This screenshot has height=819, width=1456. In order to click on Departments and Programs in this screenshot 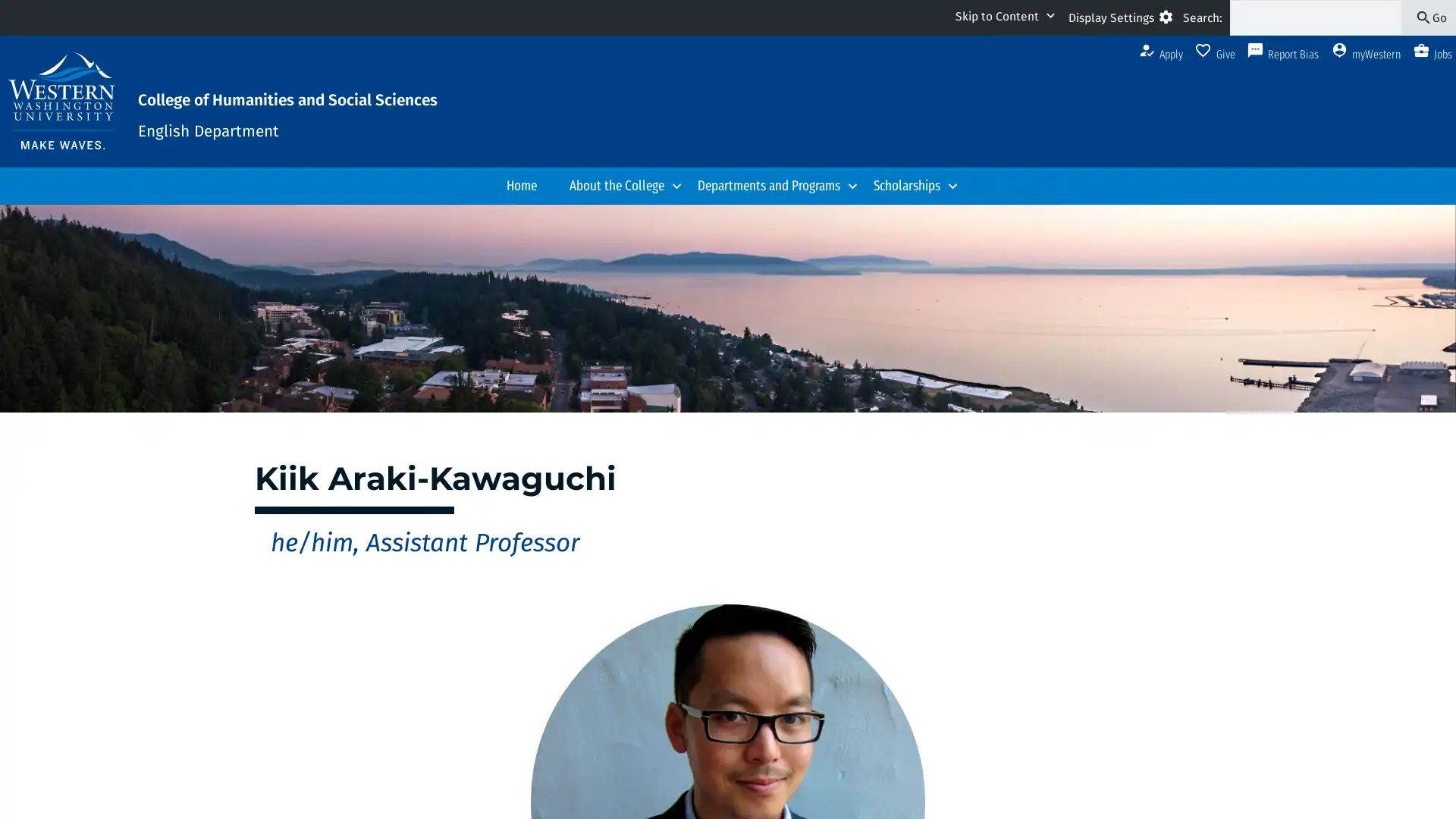, I will do `click(773, 185)`.